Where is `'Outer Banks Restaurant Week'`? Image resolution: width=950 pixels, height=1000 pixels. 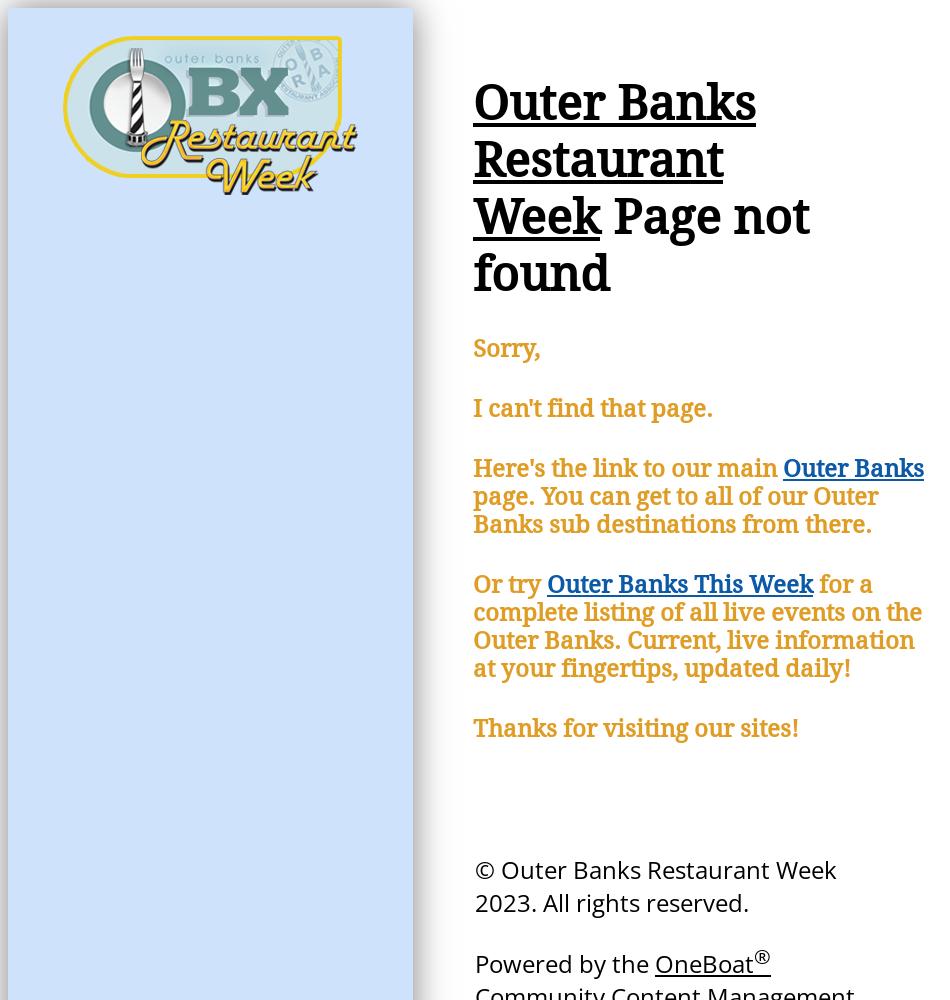
'Outer Banks Restaurant Week' is located at coordinates (472, 160).